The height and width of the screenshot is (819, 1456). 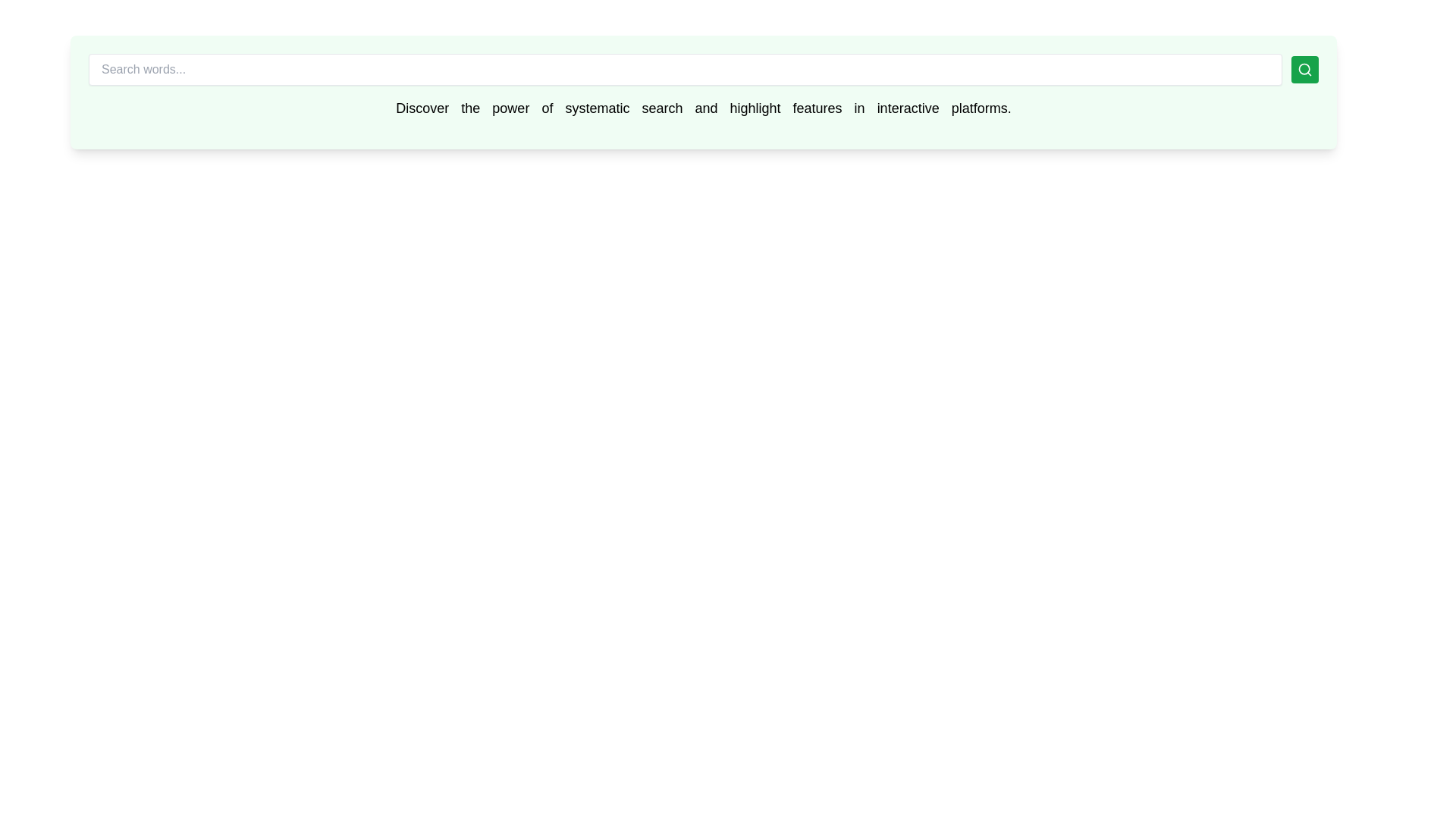 What do you see at coordinates (1304, 70) in the screenshot?
I see `the search icon, represented as a magnifying glass symbol, which is centered within a circular green button at the right end of a search input bar, to provide visual feedback` at bounding box center [1304, 70].